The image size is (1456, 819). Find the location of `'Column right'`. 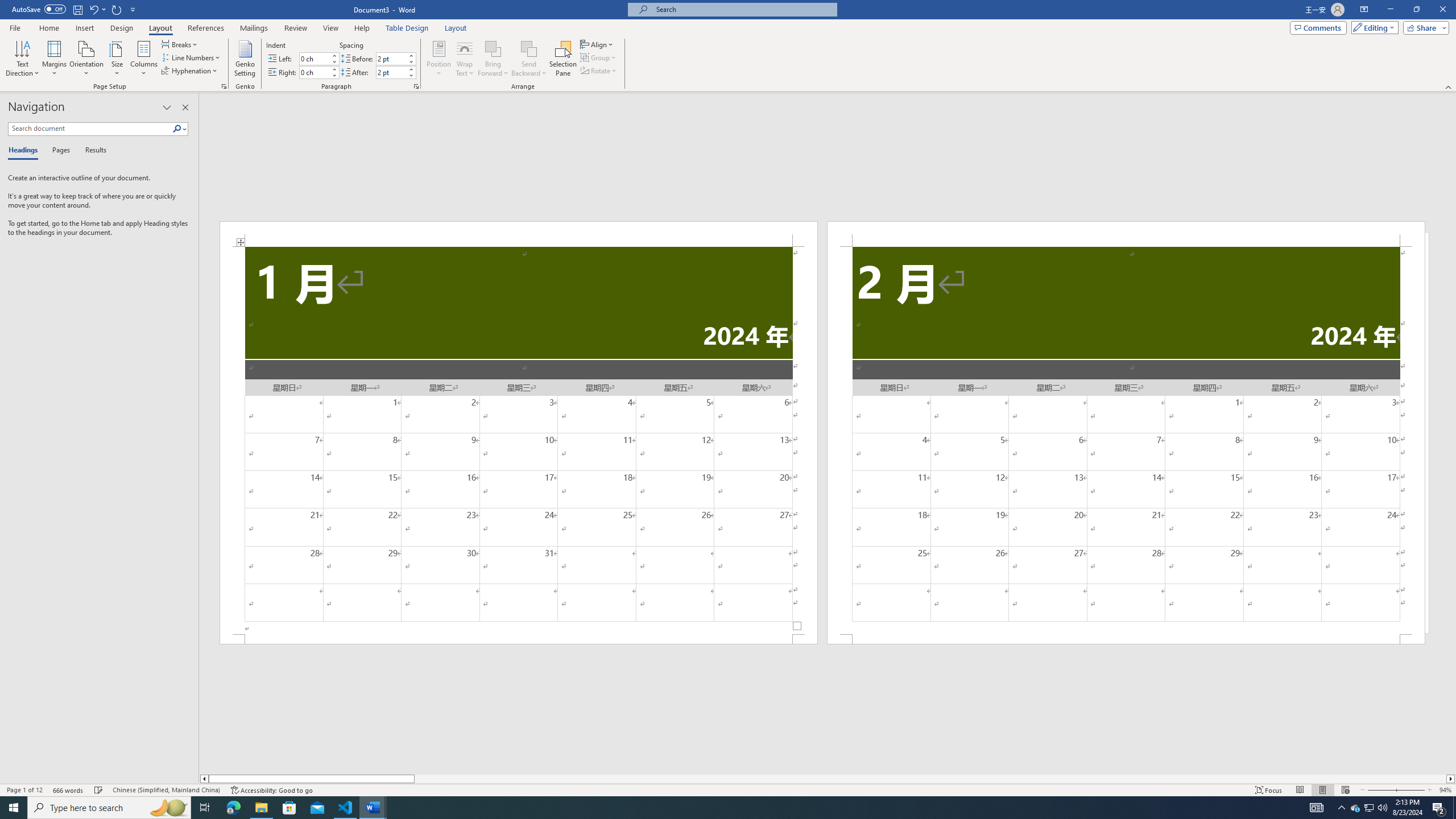

'Column right' is located at coordinates (1451, 778).